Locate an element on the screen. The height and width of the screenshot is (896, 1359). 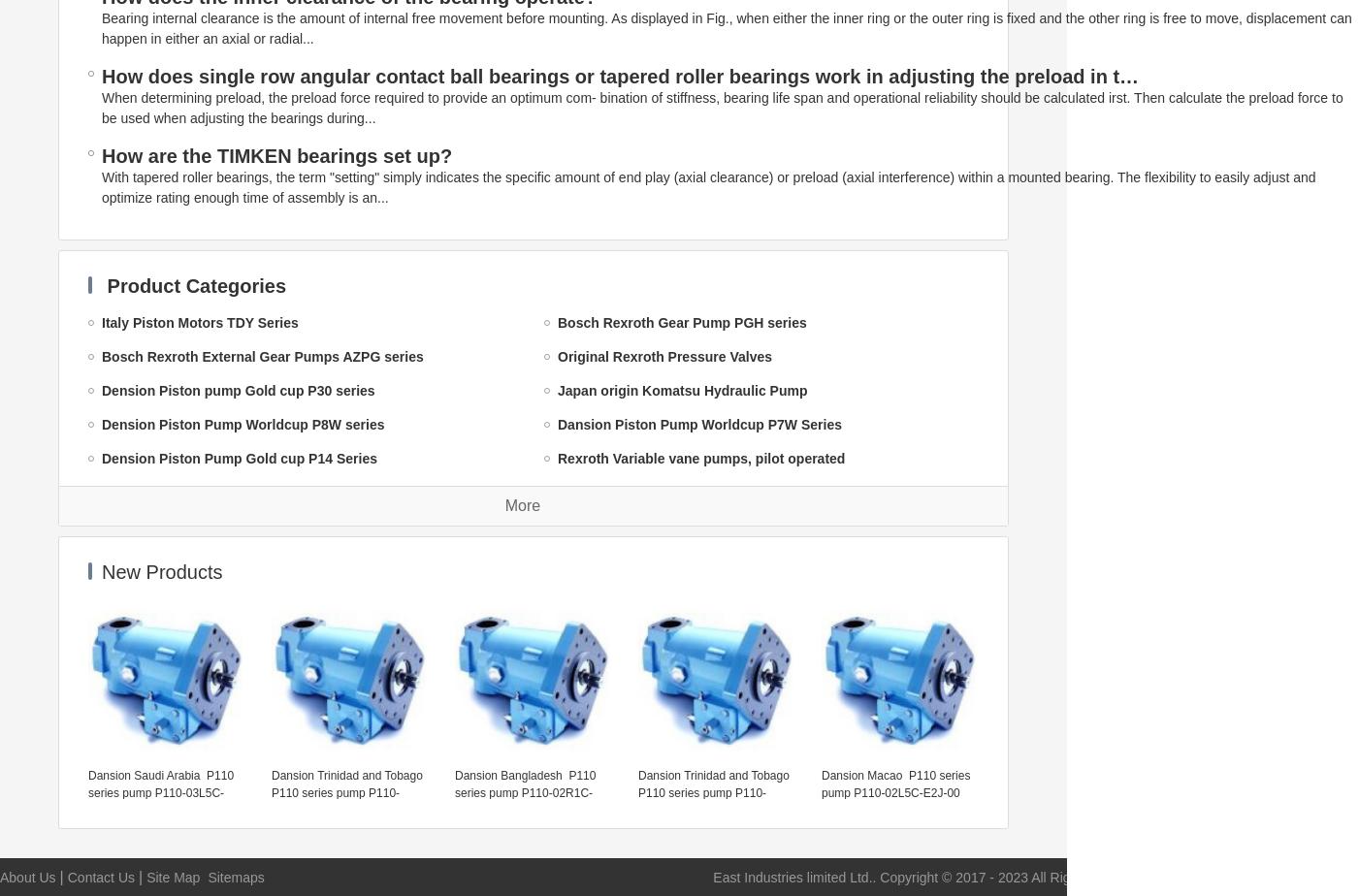
'Dansion  Piston Pump P110 series' is located at coordinates (210, 493).